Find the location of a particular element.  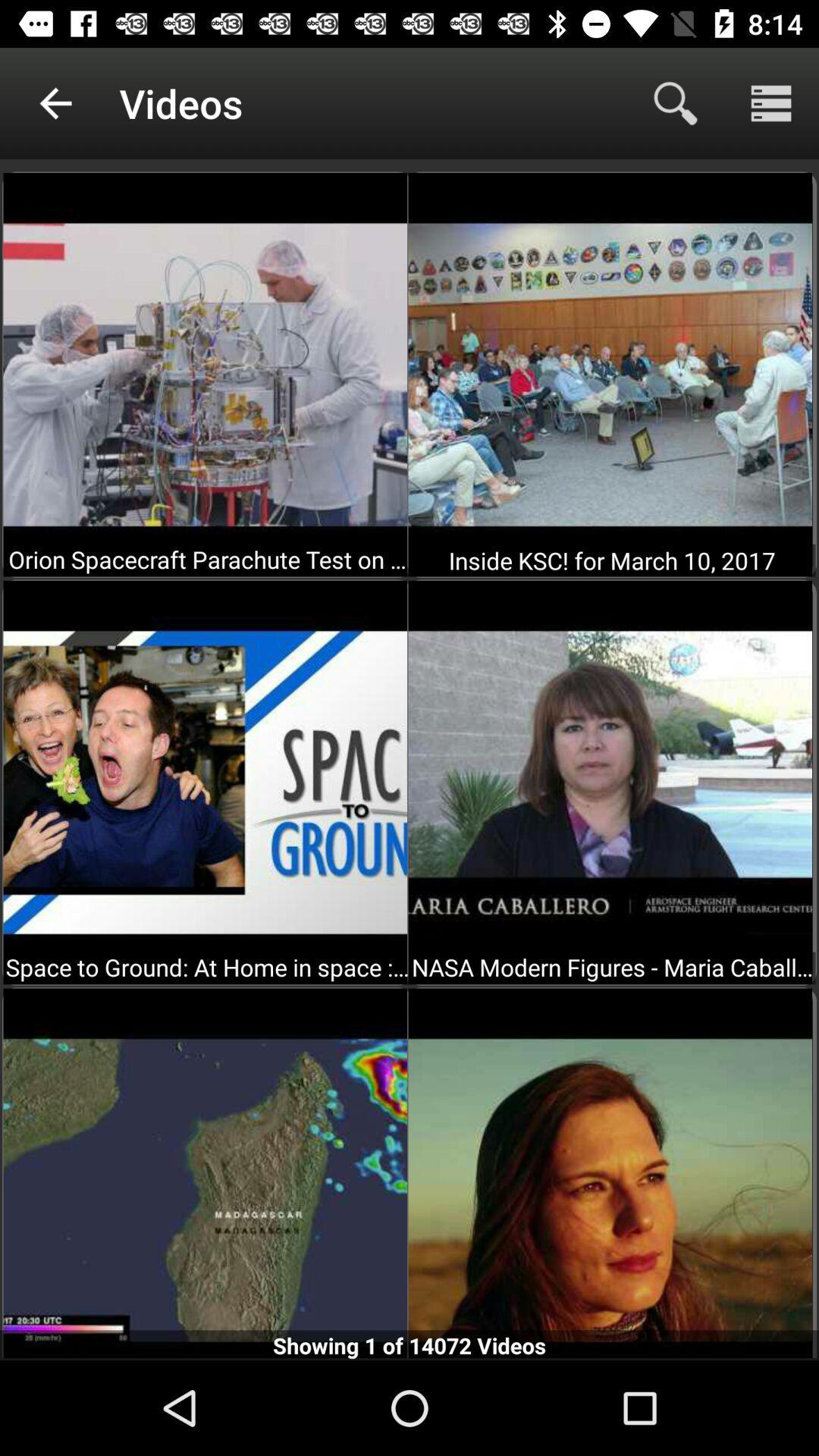

app to the right of the videos icon is located at coordinates (675, 102).